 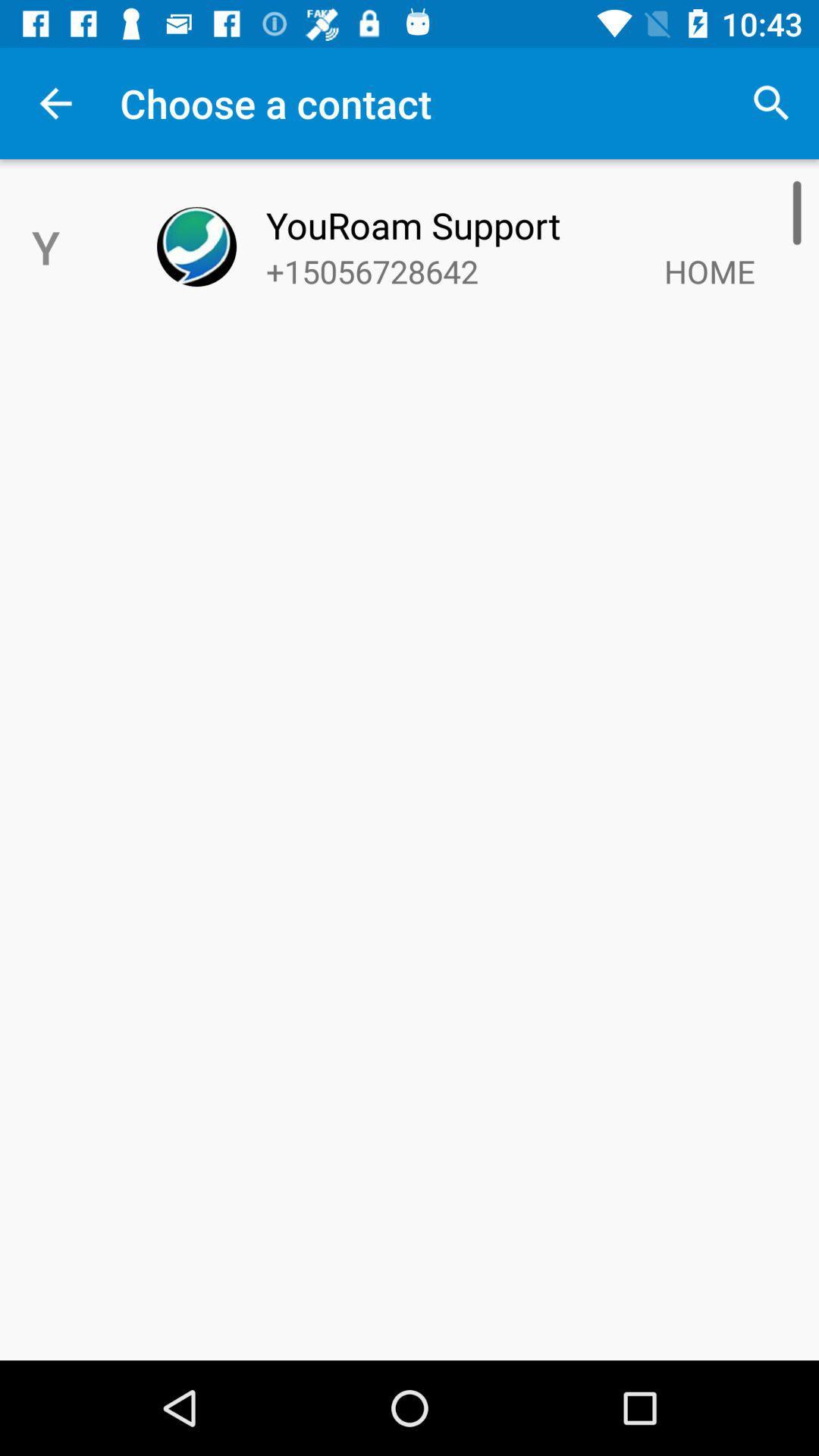 I want to click on the item above youroam support item, so click(x=771, y=102).